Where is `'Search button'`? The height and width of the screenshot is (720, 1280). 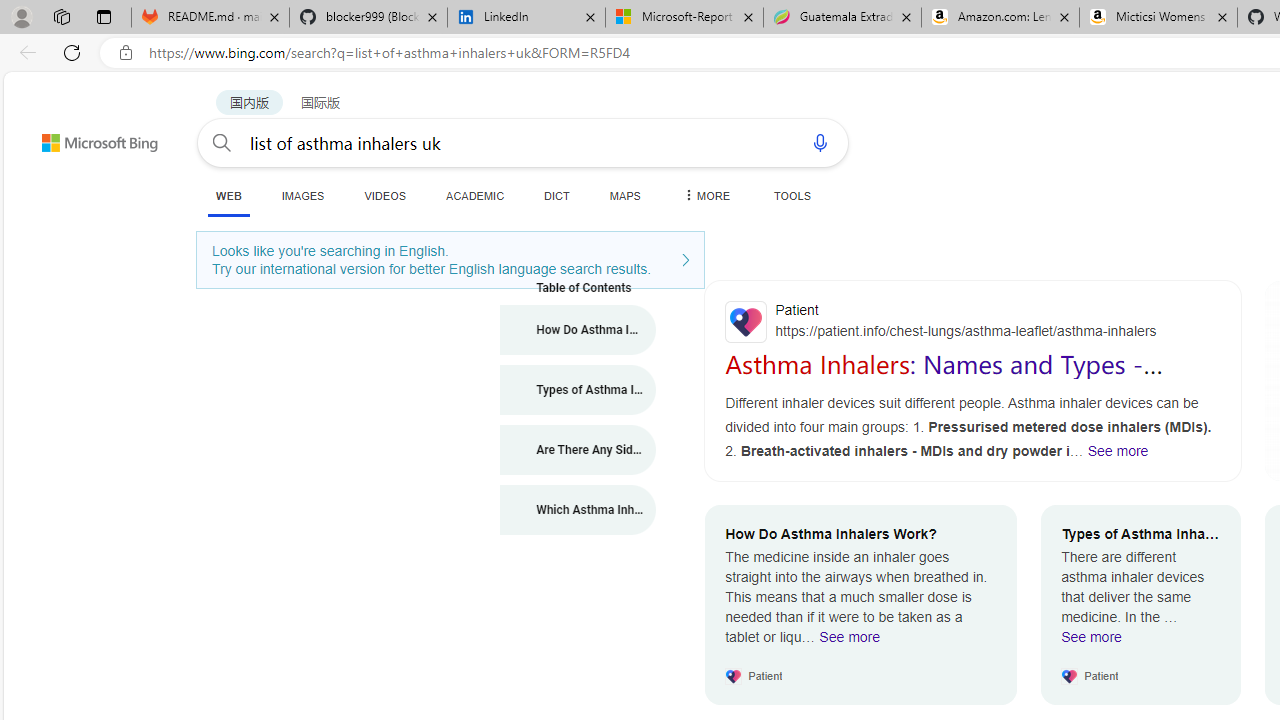 'Search button' is located at coordinates (222, 141).